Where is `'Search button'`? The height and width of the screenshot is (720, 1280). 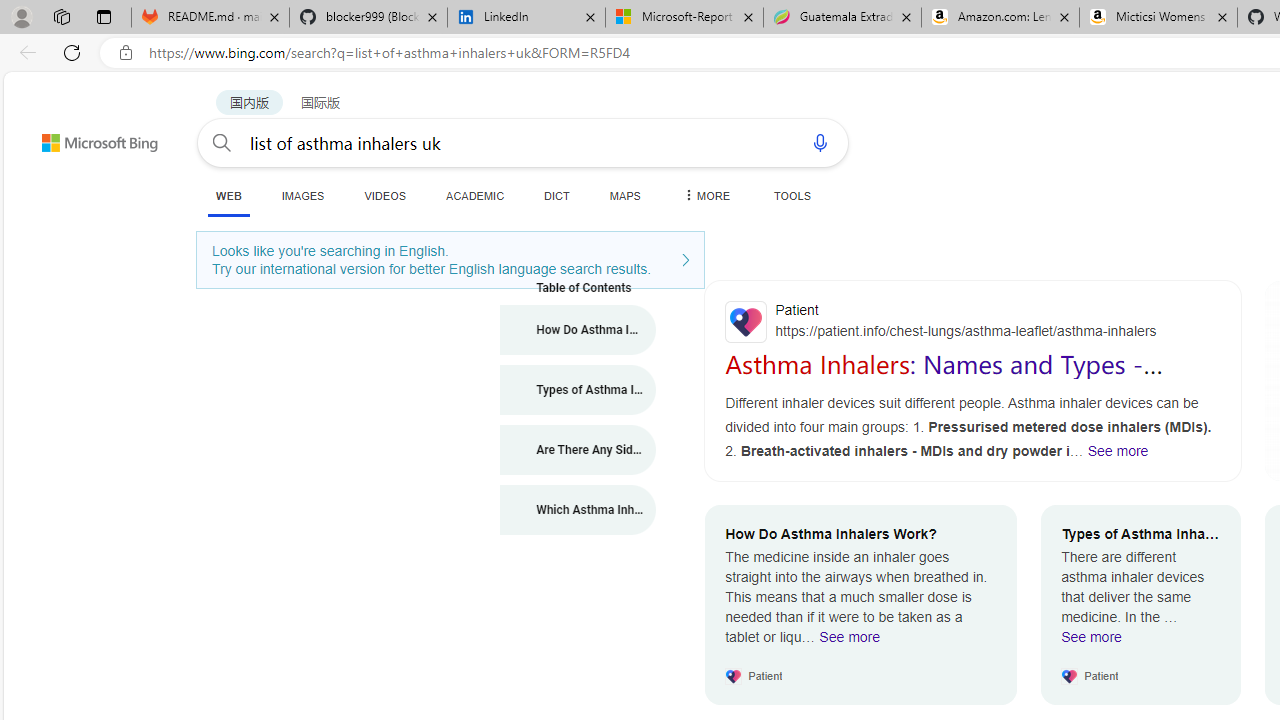 'Search button' is located at coordinates (222, 141).